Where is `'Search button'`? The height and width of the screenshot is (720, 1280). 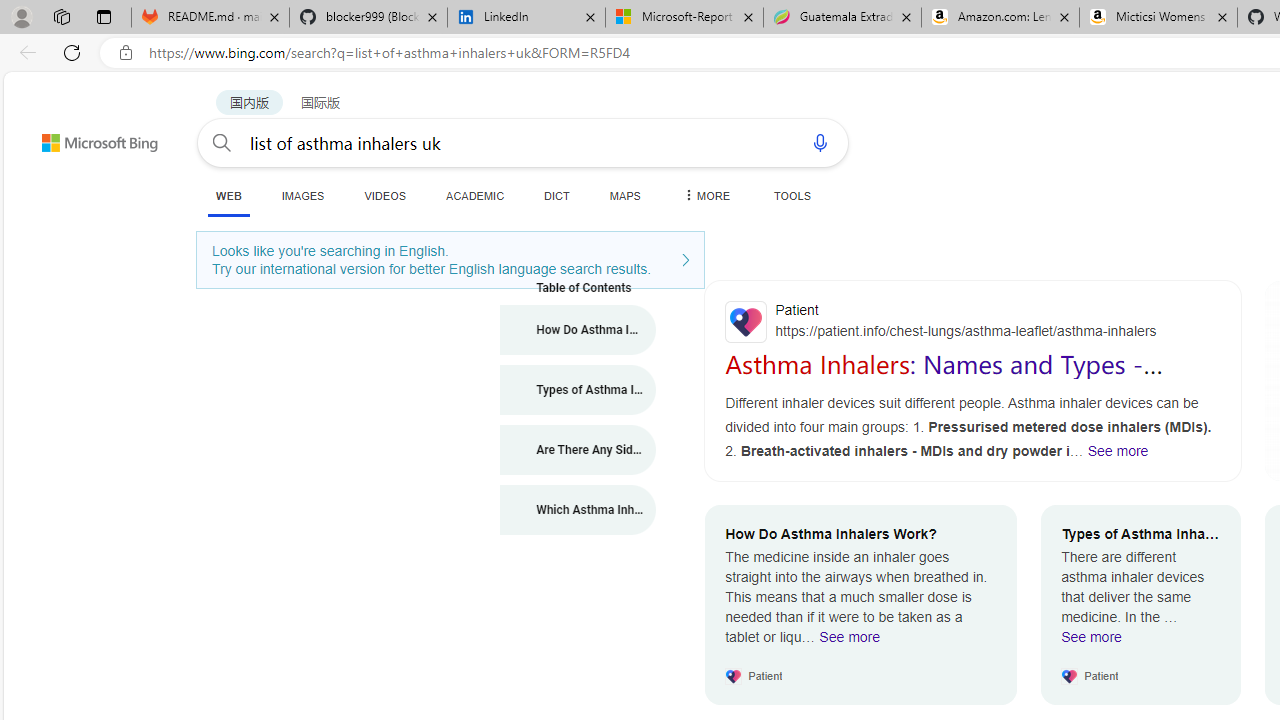 'Search button' is located at coordinates (222, 141).